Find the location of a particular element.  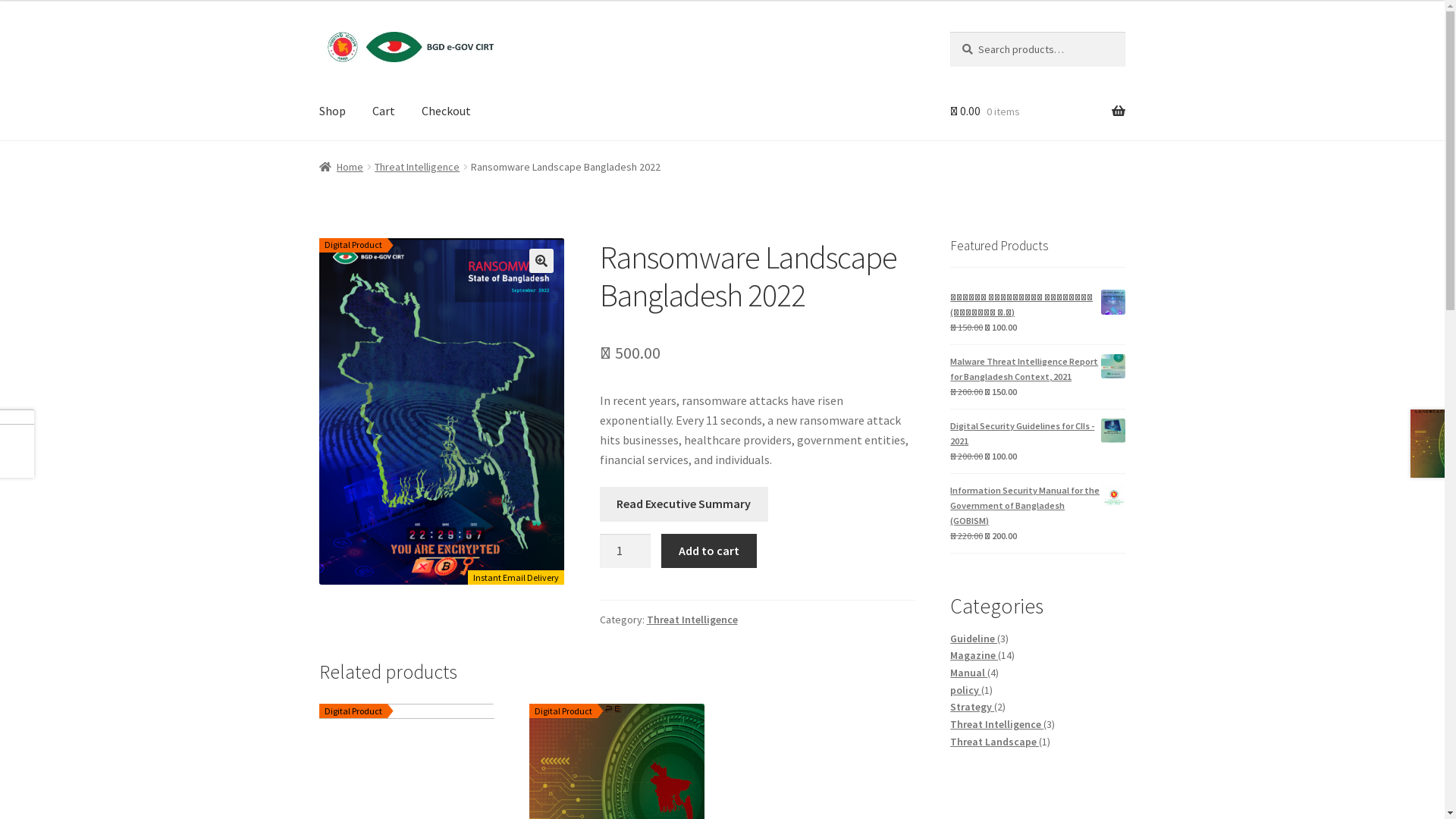

'Read Executive Summary' is located at coordinates (683, 504).